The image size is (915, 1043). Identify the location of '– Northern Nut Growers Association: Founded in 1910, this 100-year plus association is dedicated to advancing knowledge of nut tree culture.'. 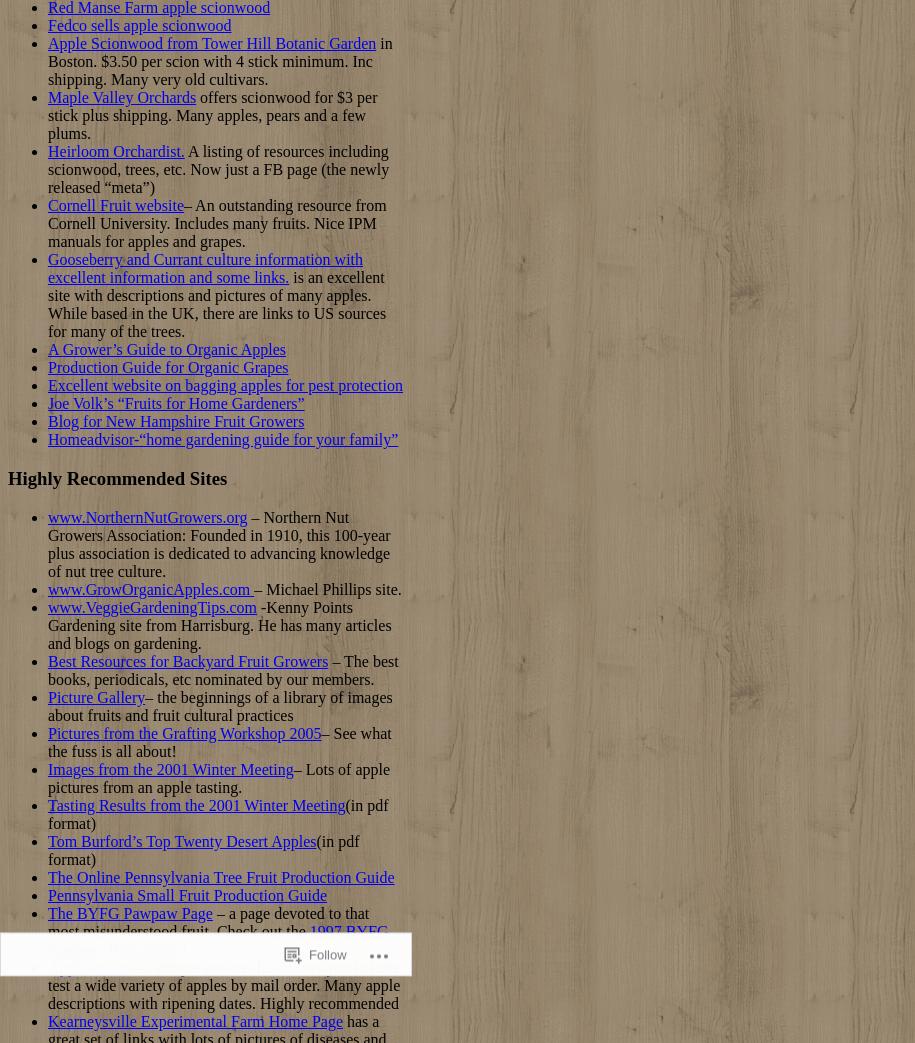
(218, 543).